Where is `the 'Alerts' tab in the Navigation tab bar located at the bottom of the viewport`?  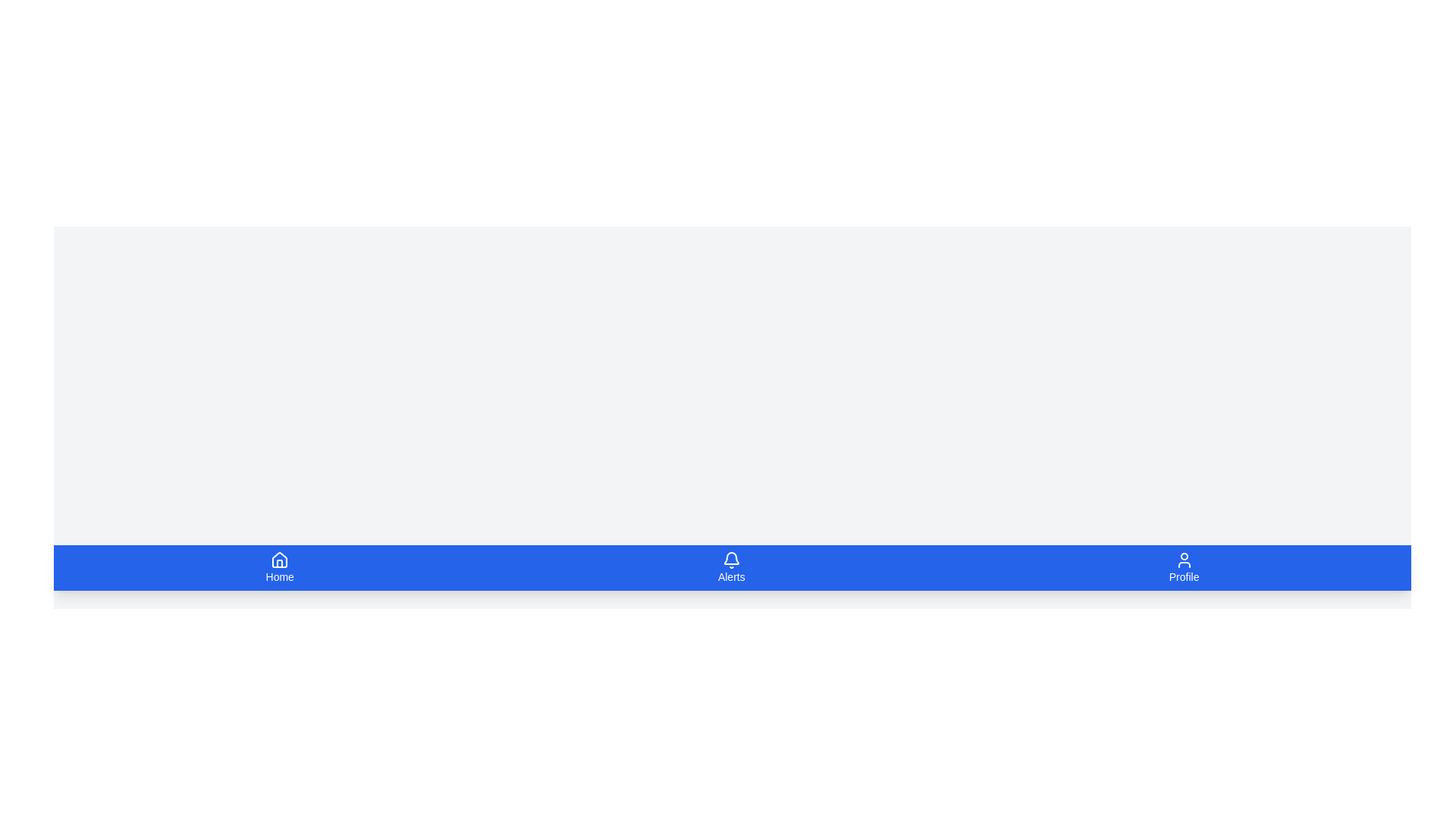
the 'Alerts' tab in the Navigation tab bar located at the bottom of the viewport is located at coordinates (732, 567).